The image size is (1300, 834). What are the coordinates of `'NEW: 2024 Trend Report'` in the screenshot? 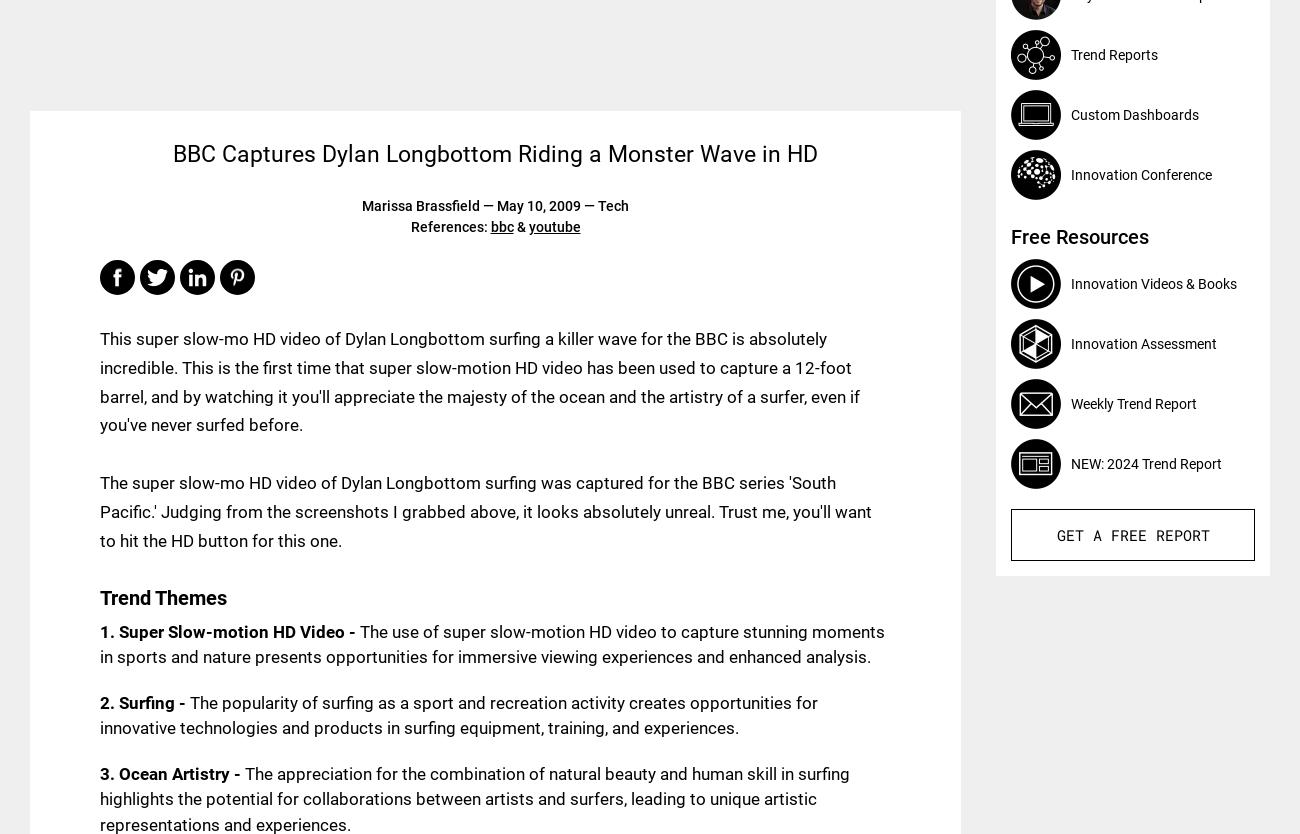 It's located at (1146, 464).